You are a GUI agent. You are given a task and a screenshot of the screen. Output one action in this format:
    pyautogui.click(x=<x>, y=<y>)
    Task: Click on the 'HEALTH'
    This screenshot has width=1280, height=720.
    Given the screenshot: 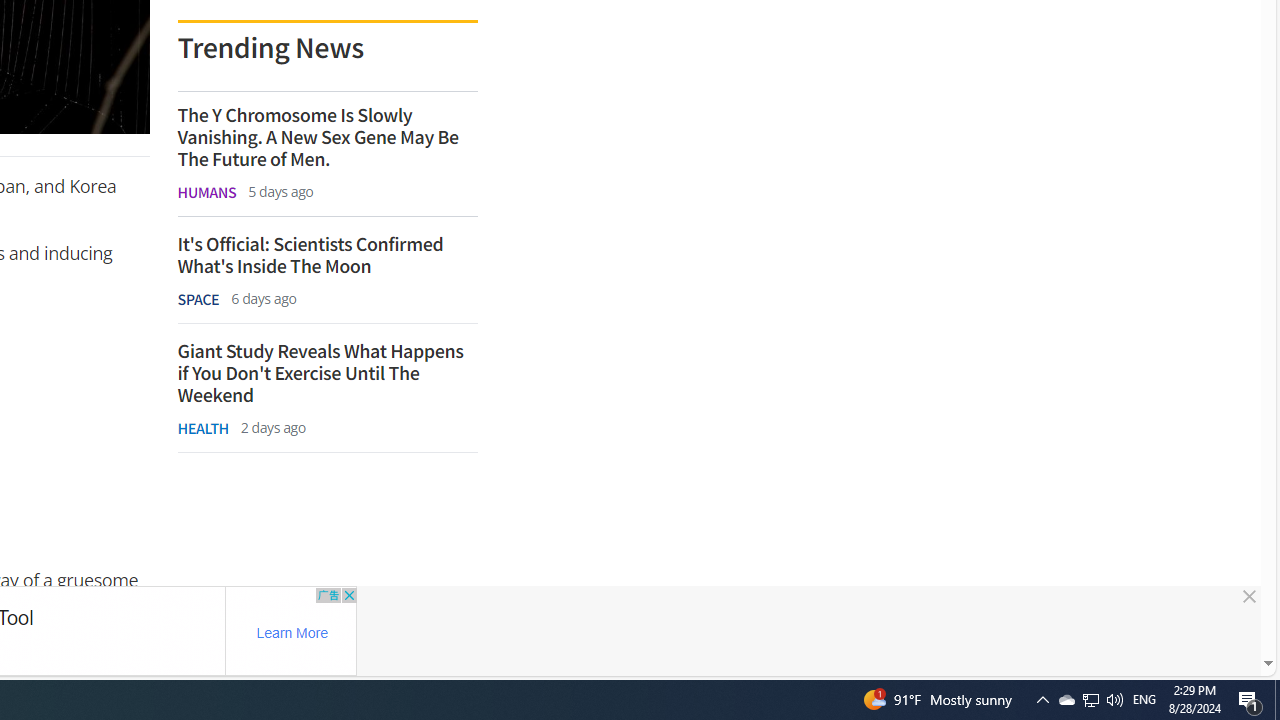 What is the action you would take?
    pyautogui.click(x=202, y=427)
    